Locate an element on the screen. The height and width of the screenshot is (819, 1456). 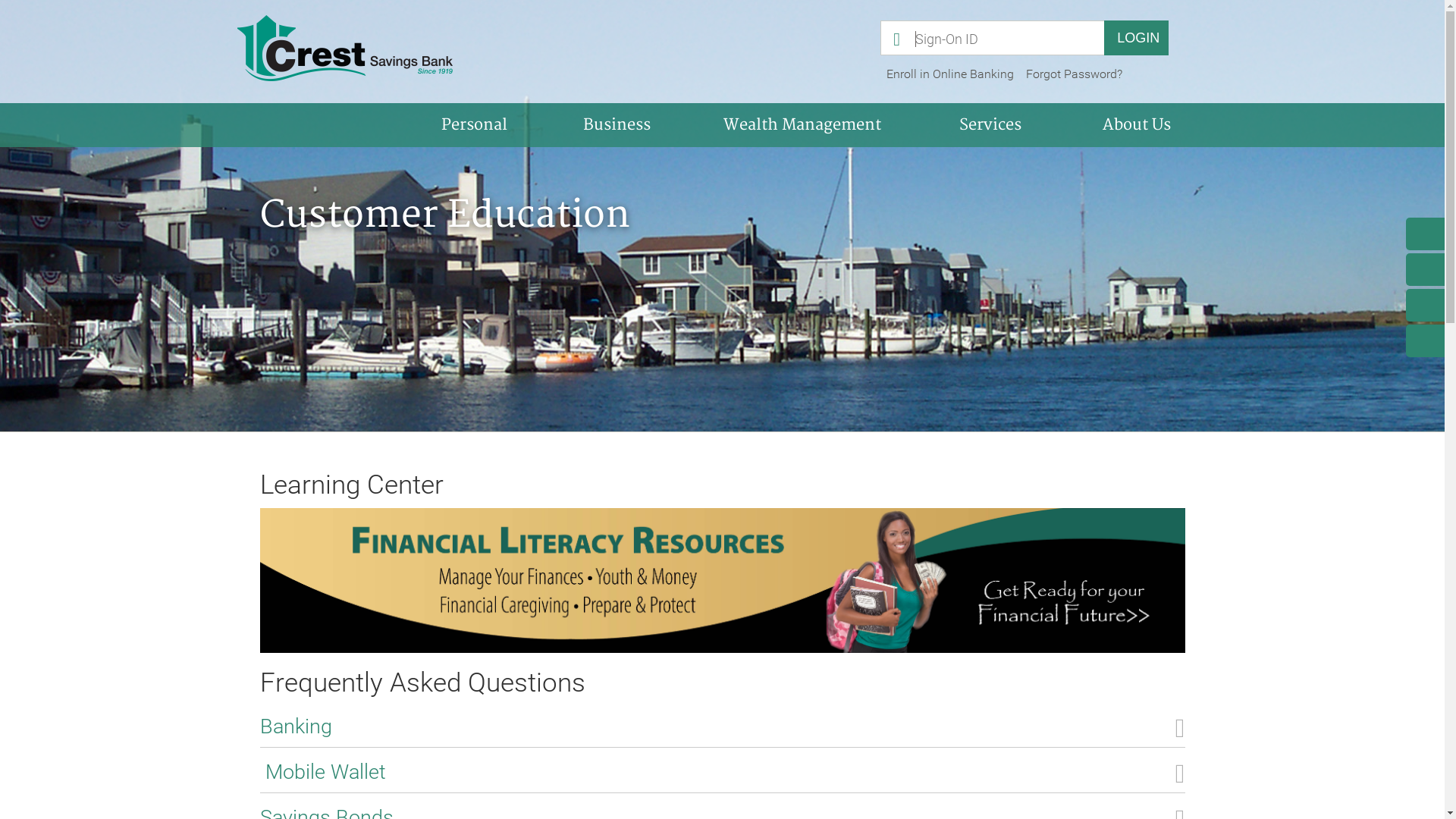
'Financial Literacy' is located at coordinates (720, 580).